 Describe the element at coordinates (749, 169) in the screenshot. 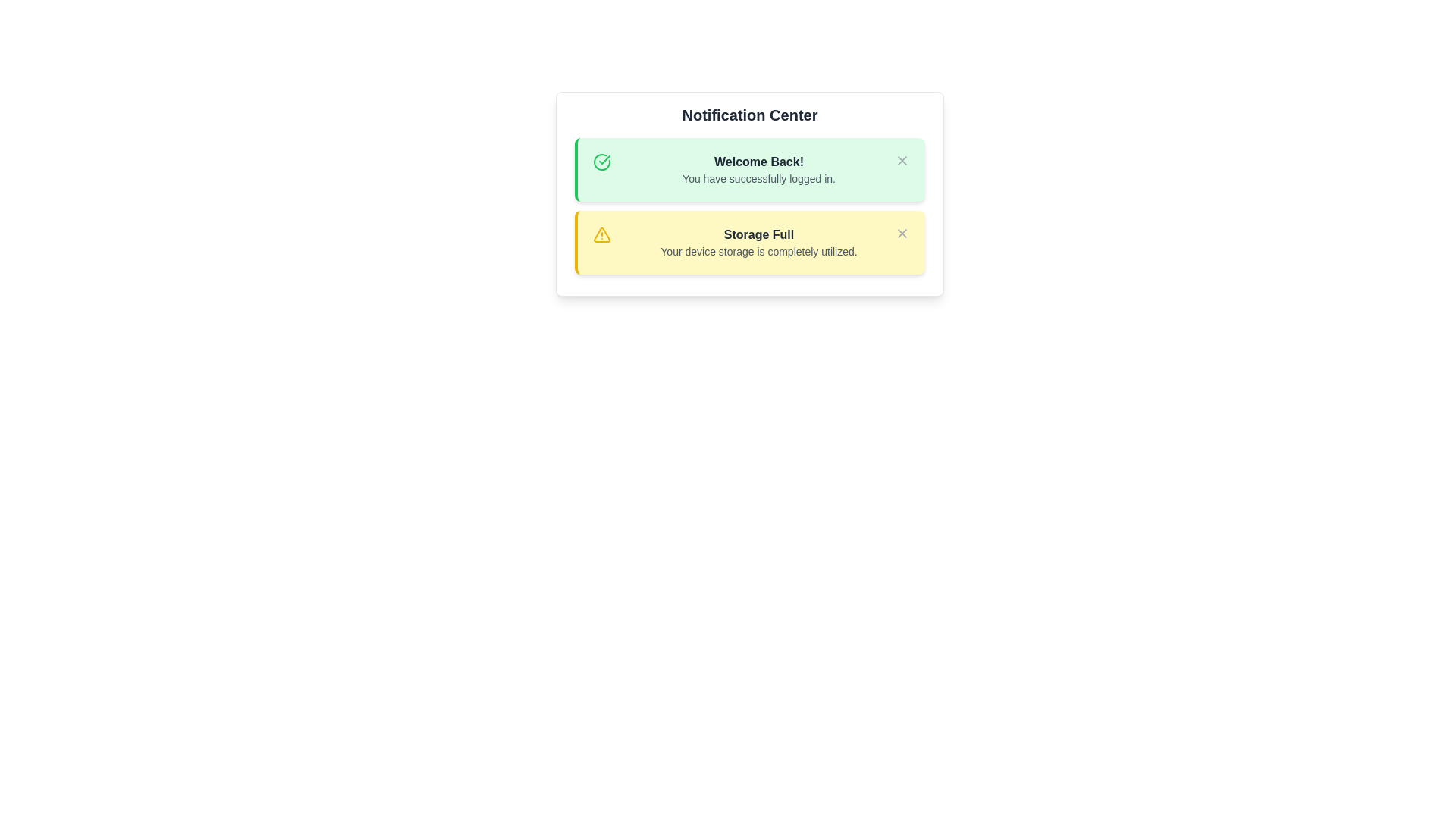

I see `the notification titled 'Welcome Back!' to read its details` at that location.